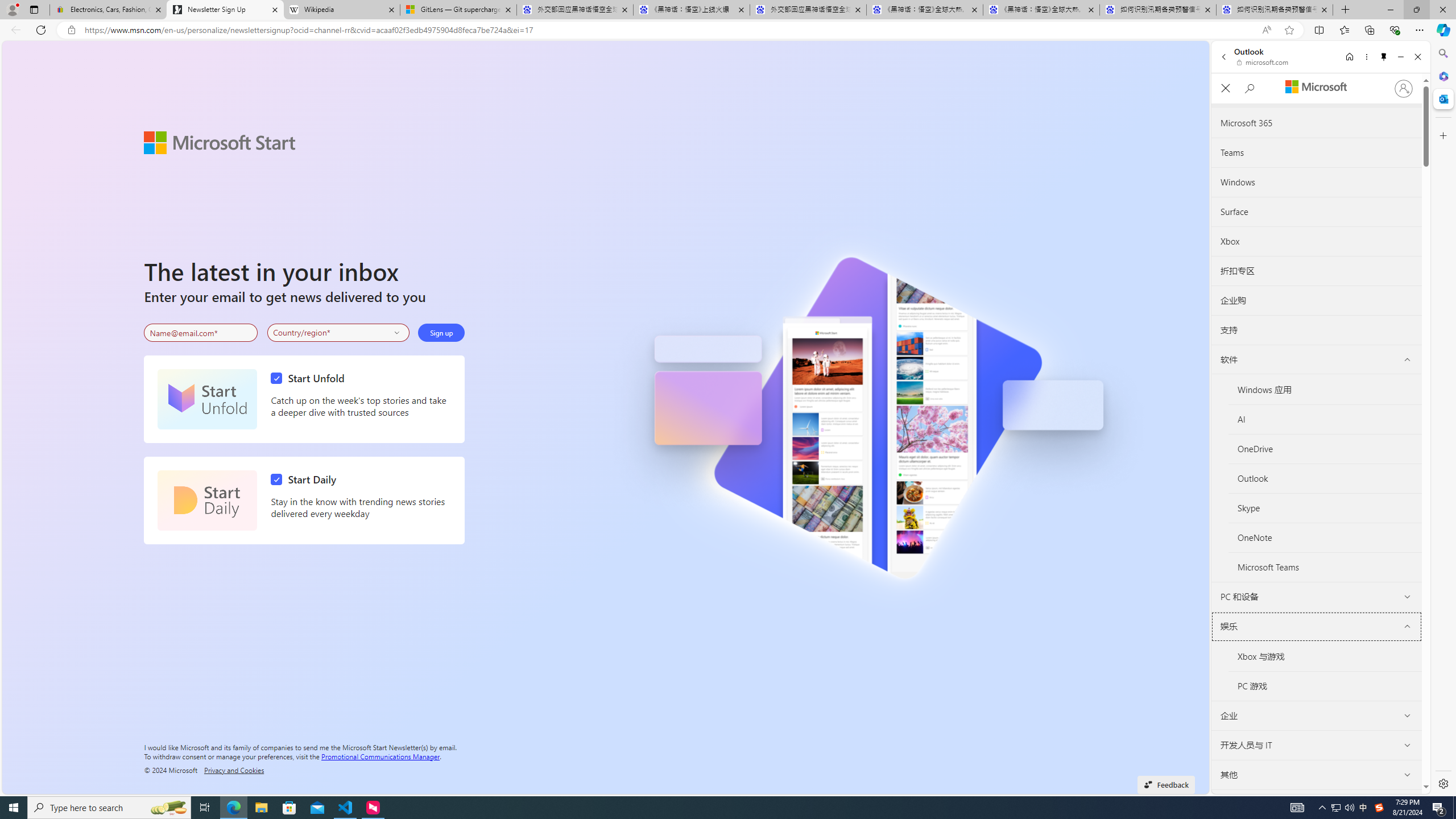 This screenshot has width=1456, height=819. What do you see at coordinates (1317, 241) in the screenshot?
I see `'Xbox'` at bounding box center [1317, 241].